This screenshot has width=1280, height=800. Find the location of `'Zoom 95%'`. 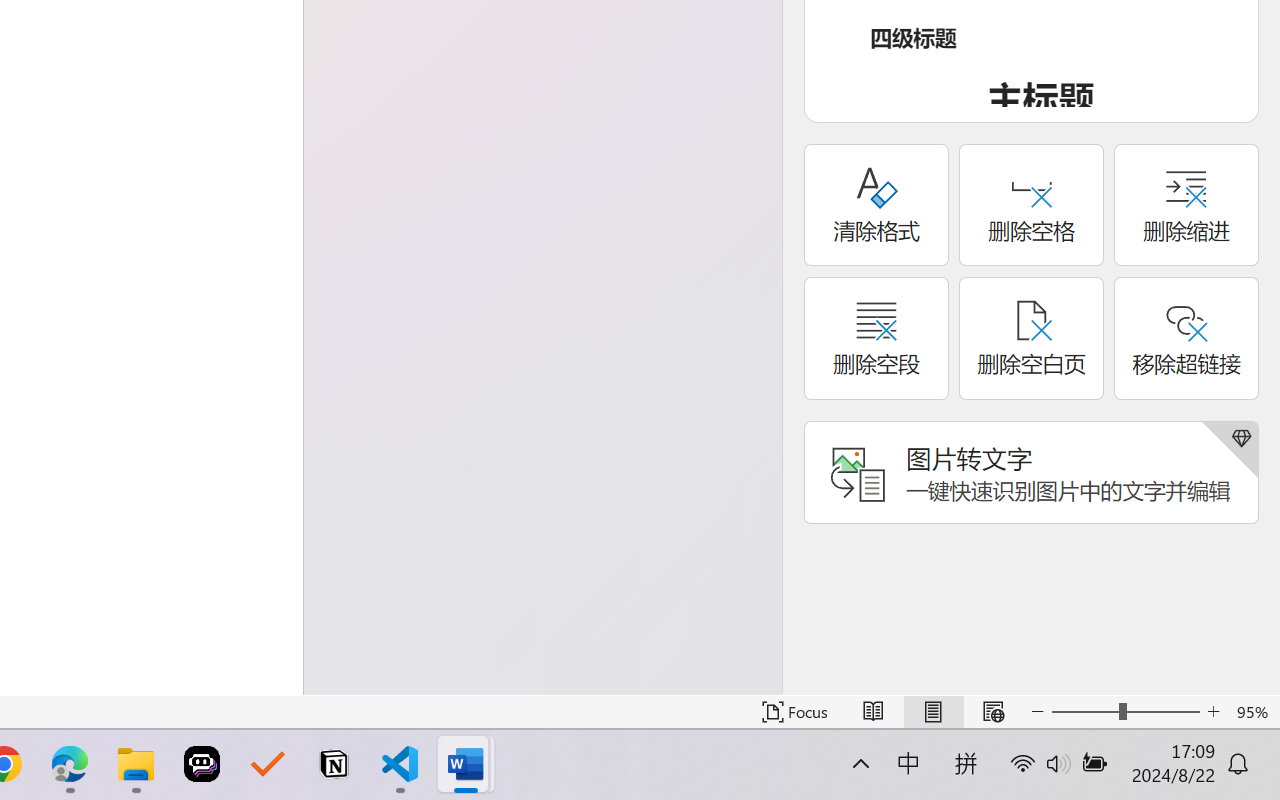

'Zoom 95%' is located at coordinates (1252, 711).